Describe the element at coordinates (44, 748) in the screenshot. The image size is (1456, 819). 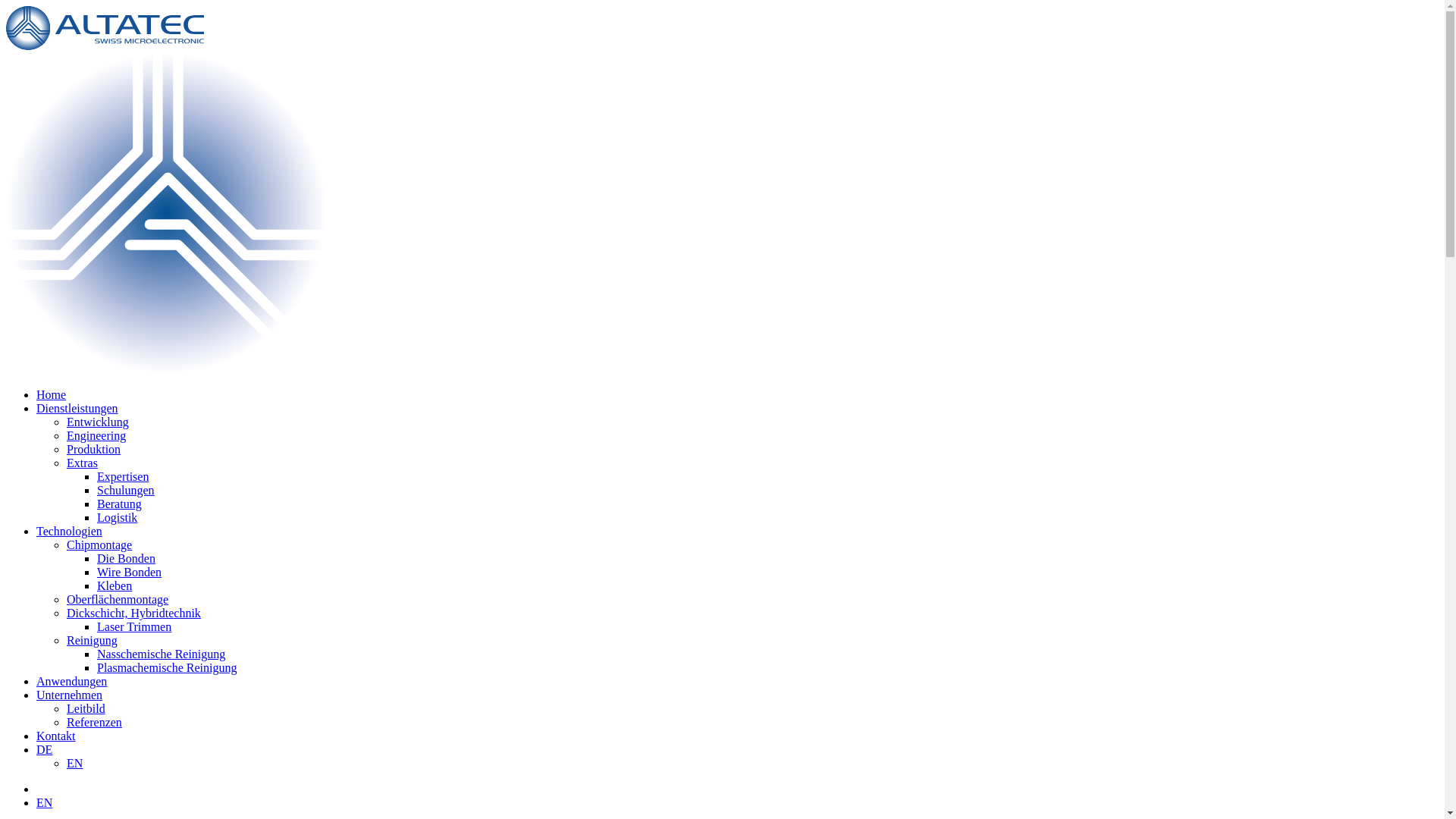
I see `'DE'` at that location.